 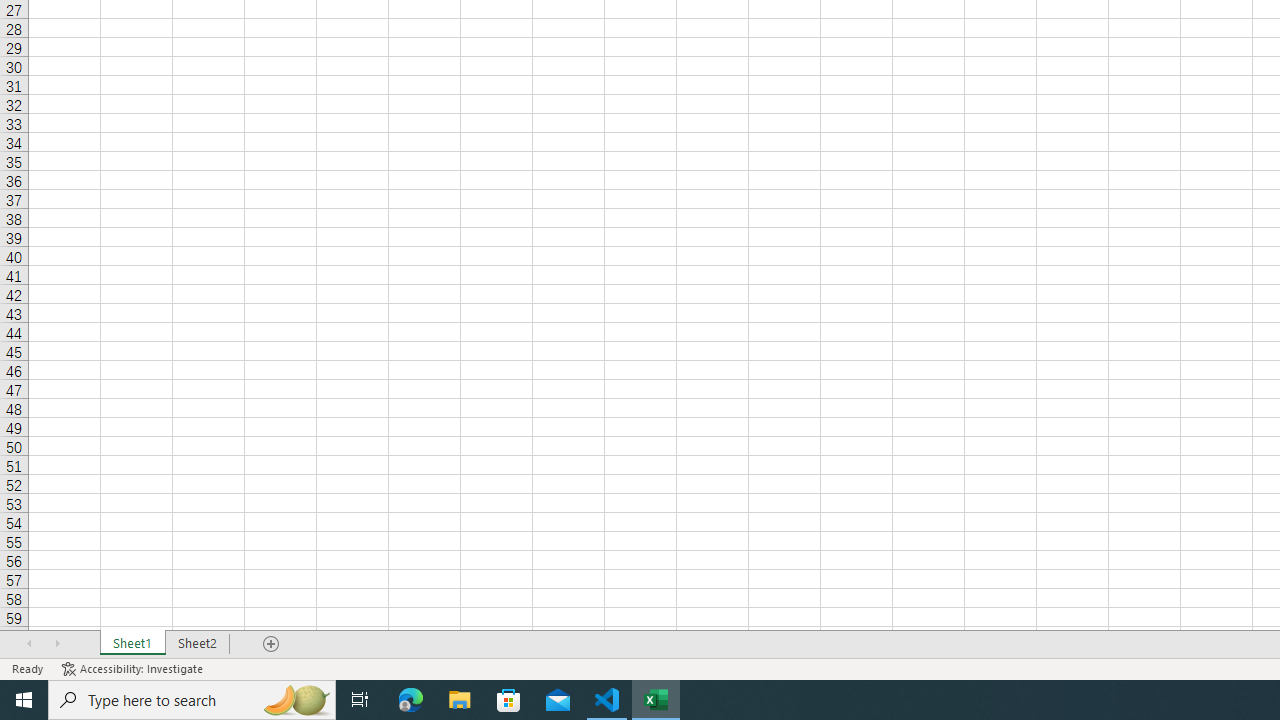 What do you see at coordinates (133, 669) in the screenshot?
I see `'Accessibility Checker Accessibility: Investigate'` at bounding box center [133, 669].